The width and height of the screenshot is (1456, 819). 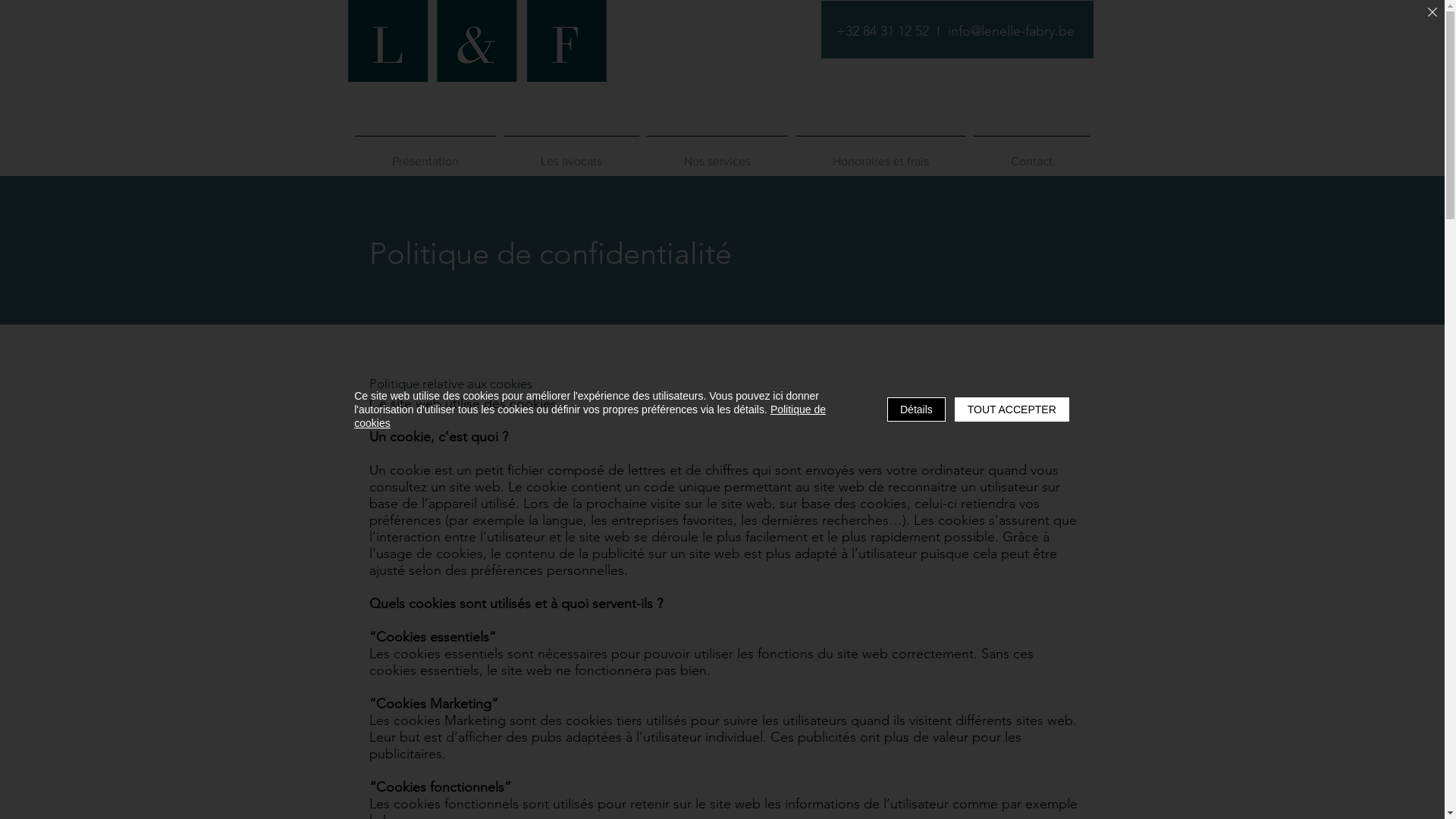 I want to click on 'Logo L&F.png', so click(x=475, y=63).